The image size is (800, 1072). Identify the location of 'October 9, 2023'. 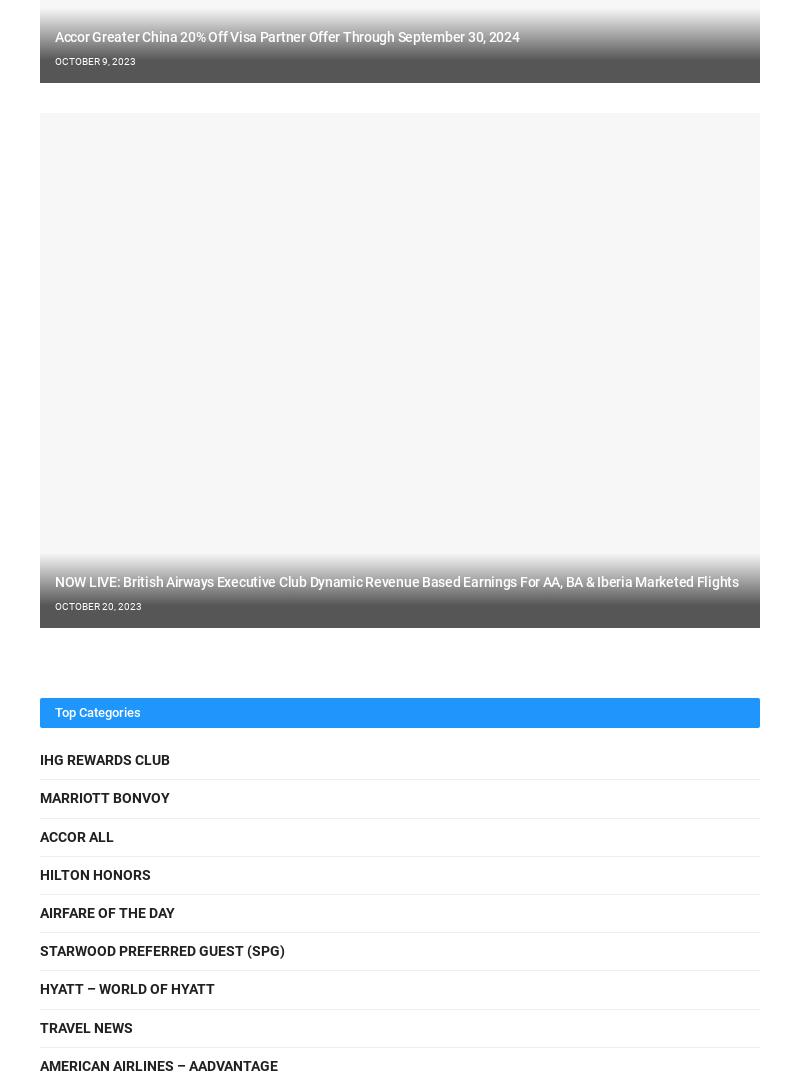
(95, 60).